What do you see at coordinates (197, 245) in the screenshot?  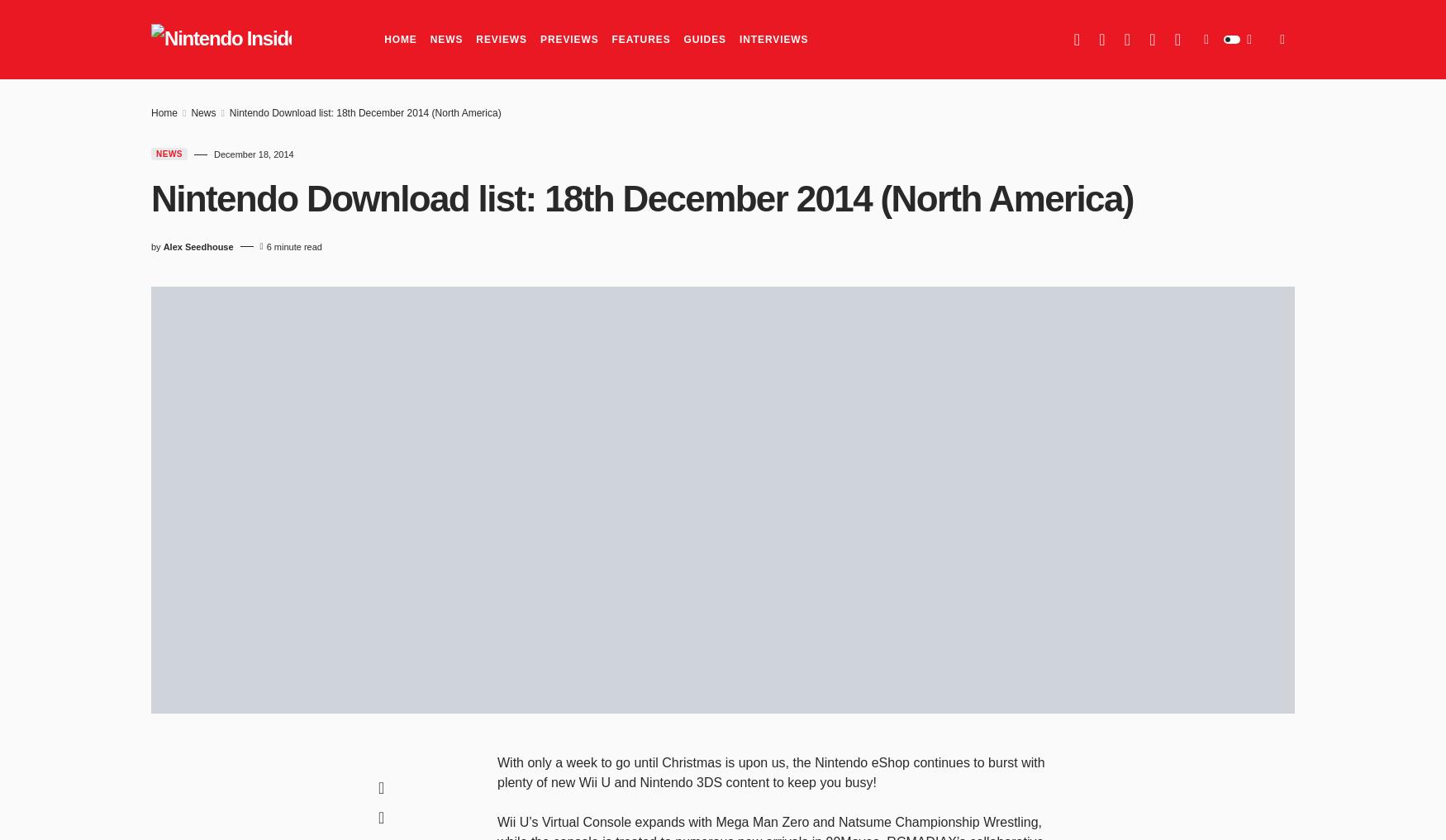 I see `'Alex Seedhouse'` at bounding box center [197, 245].